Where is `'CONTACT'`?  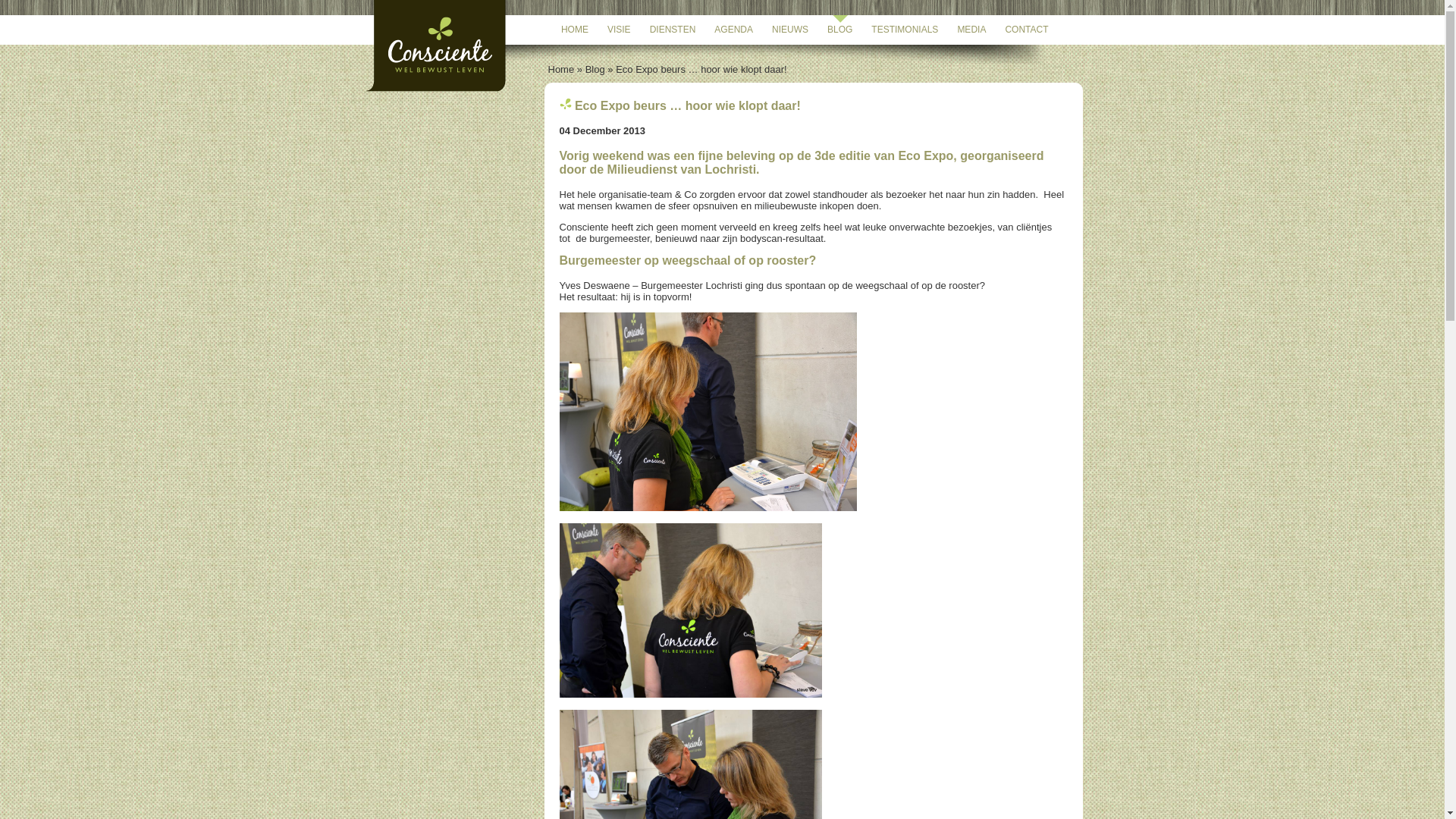 'CONTACT' is located at coordinates (1004, 30).